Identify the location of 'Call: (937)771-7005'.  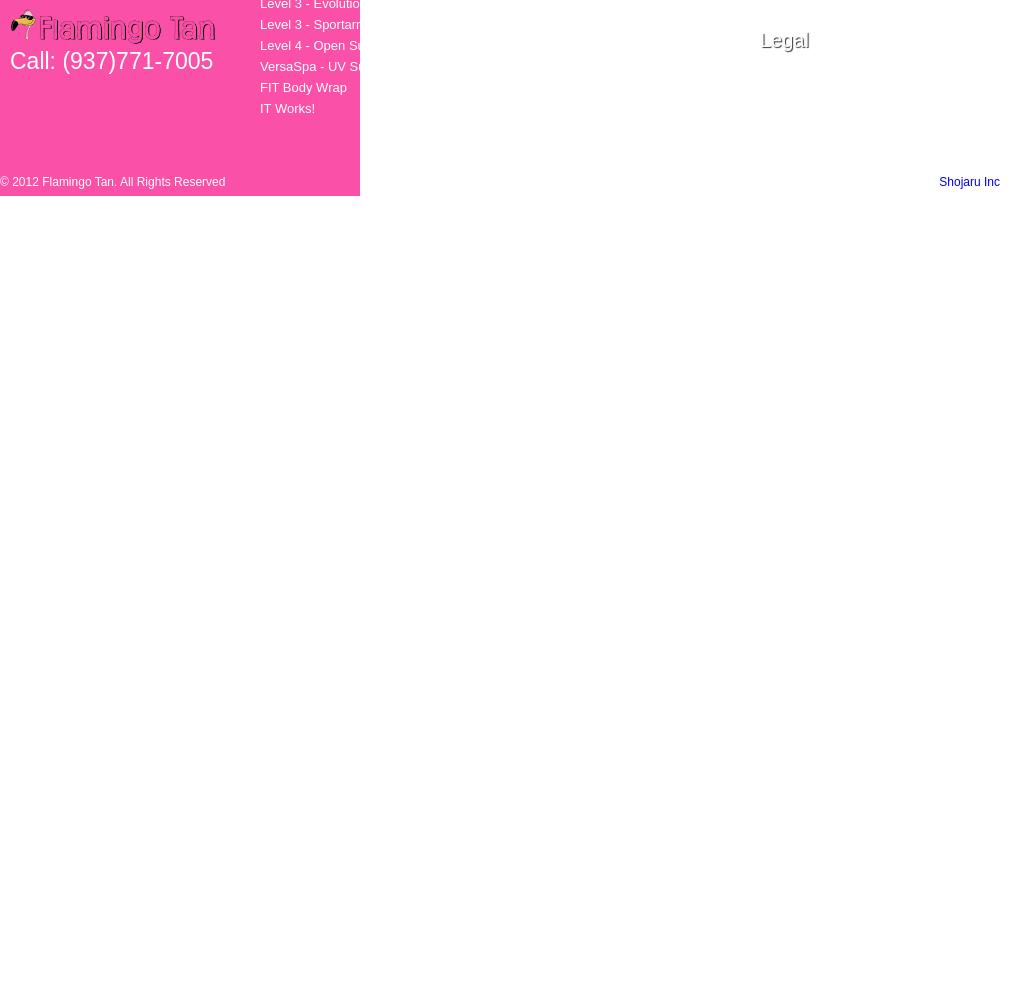
(110, 61).